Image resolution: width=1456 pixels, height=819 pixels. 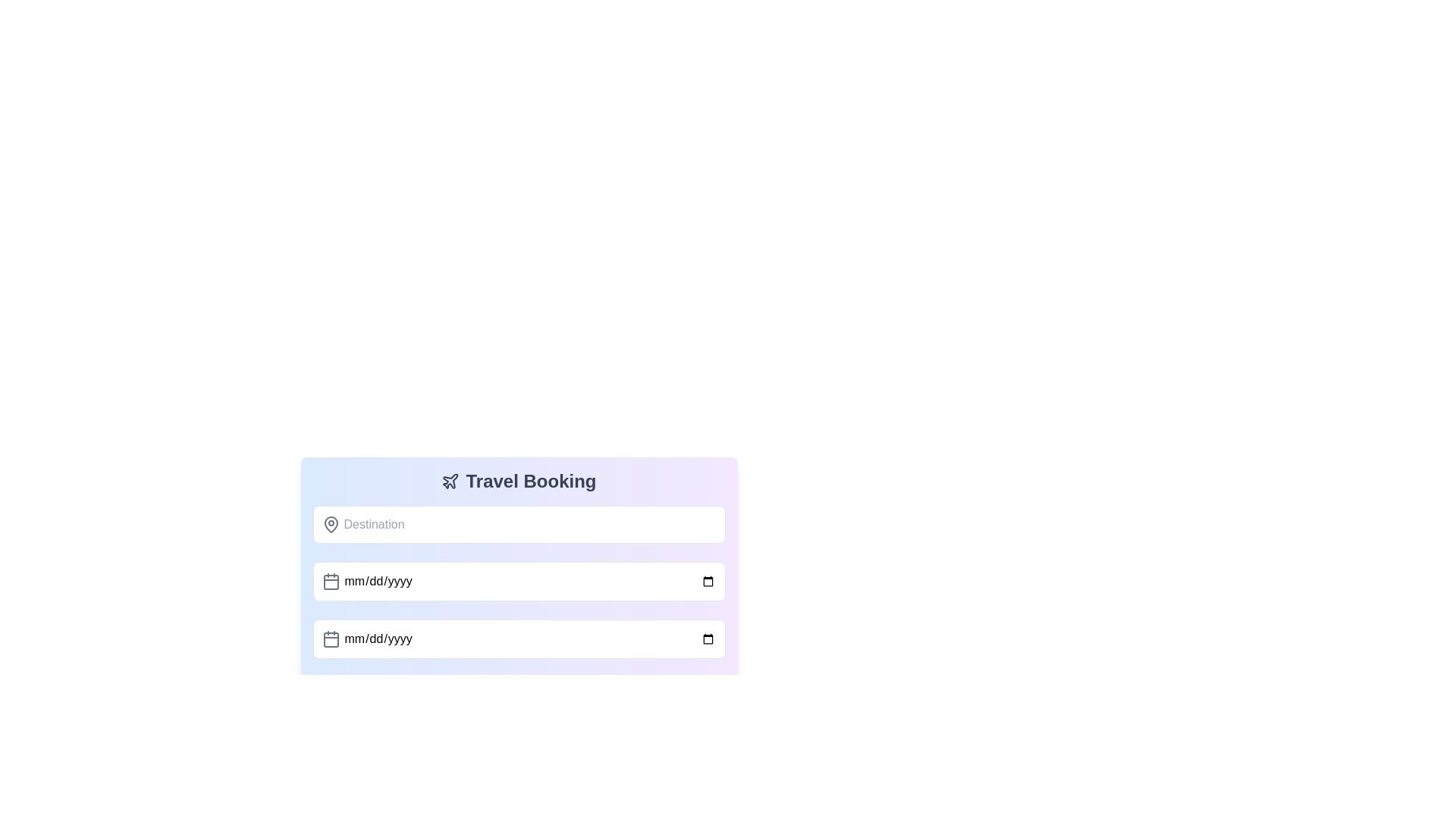 I want to click on the location icon that visually indicates the associated destination text input field, located to the left of the destination input and aligned vertically to its middle, so click(x=330, y=523).